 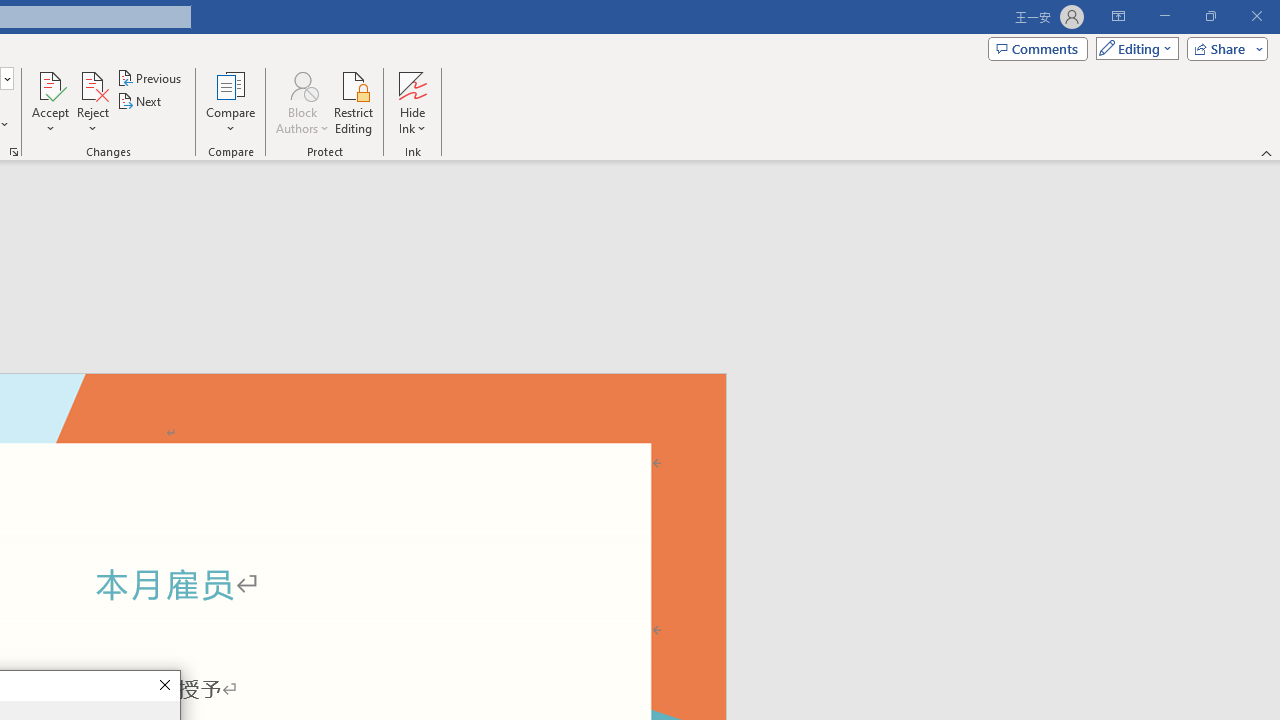 What do you see at coordinates (411, 84) in the screenshot?
I see `'Hide Ink'` at bounding box center [411, 84].